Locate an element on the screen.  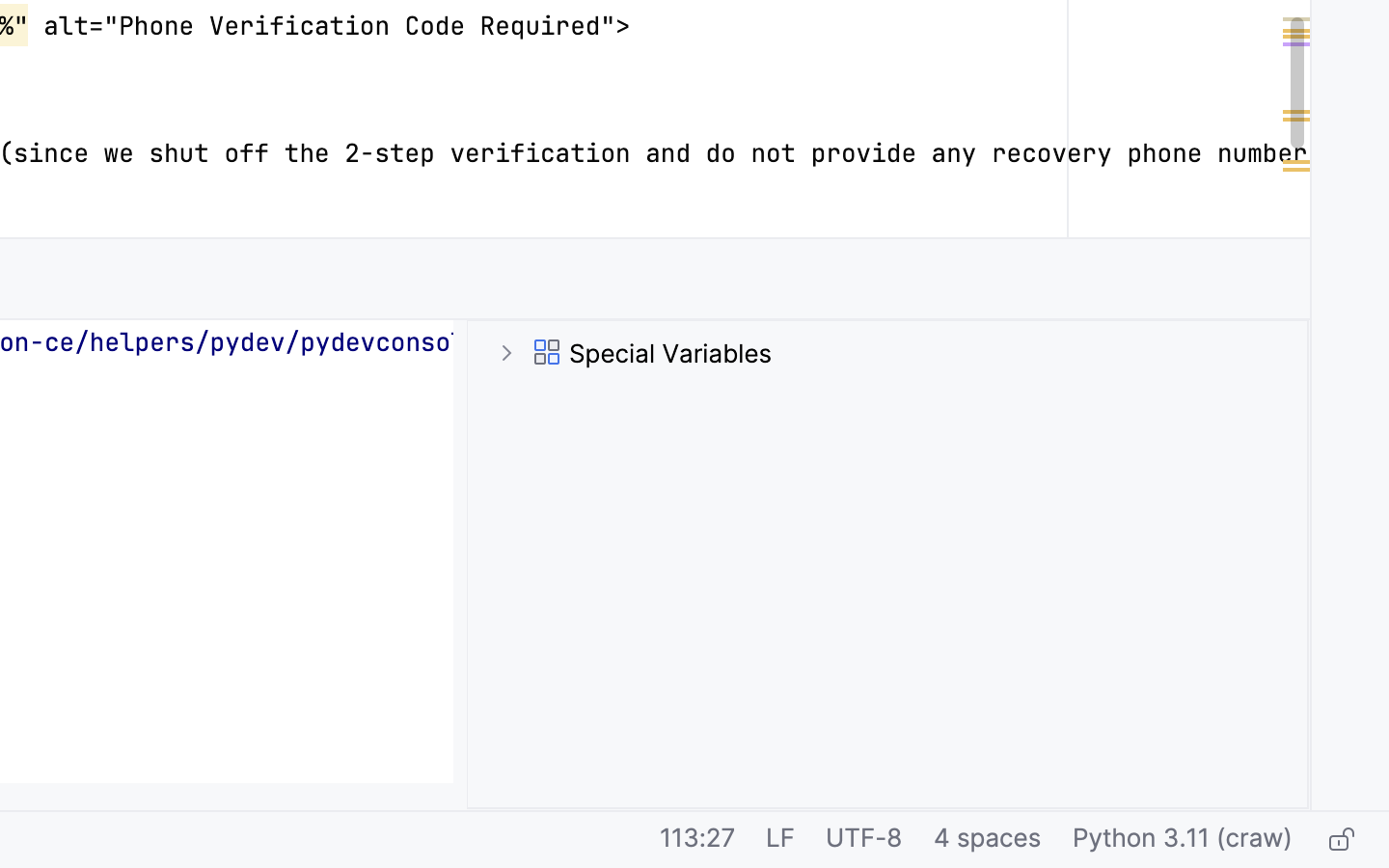
'113:27' is located at coordinates (696, 840).